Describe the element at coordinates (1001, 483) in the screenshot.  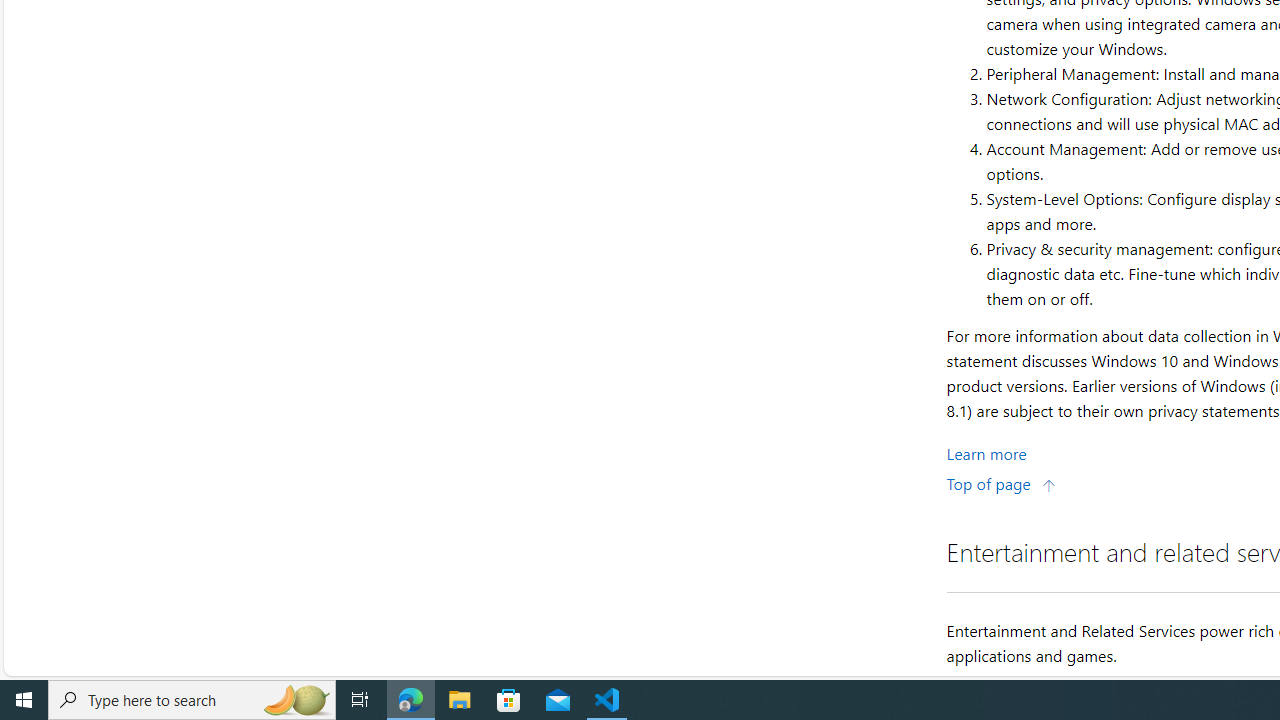
I see `'Top of page'` at that location.